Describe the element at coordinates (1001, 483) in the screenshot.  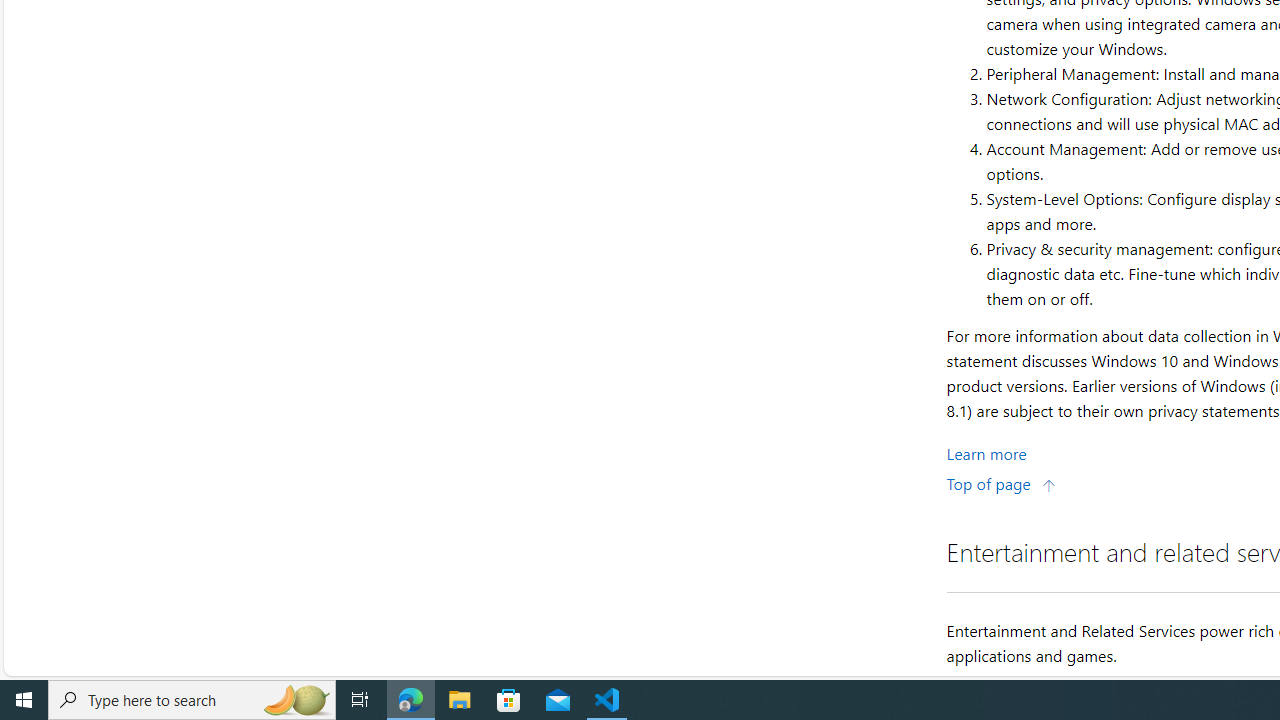
I see `'Top of page'` at that location.